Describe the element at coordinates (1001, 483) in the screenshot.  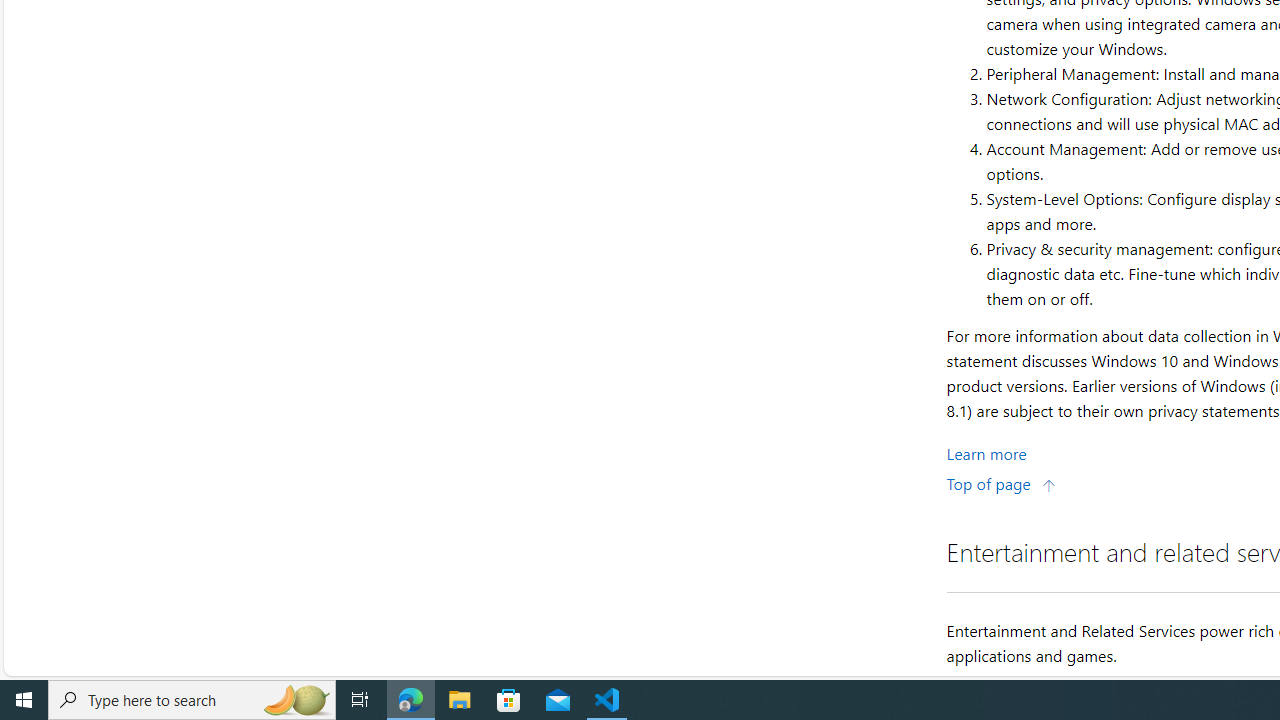
I see `'Top of page'` at that location.